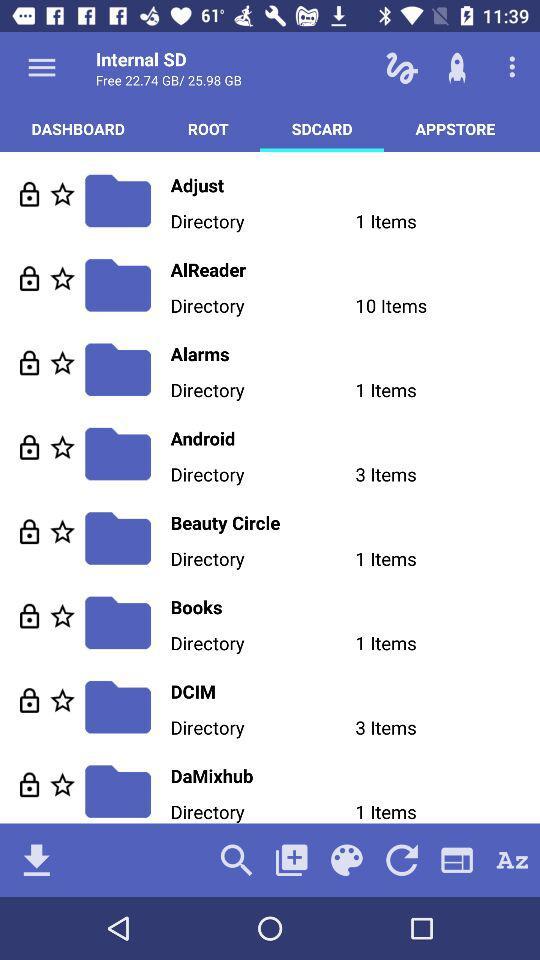  What do you see at coordinates (457, 859) in the screenshot?
I see `the icon below the 1 items item` at bounding box center [457, 859].